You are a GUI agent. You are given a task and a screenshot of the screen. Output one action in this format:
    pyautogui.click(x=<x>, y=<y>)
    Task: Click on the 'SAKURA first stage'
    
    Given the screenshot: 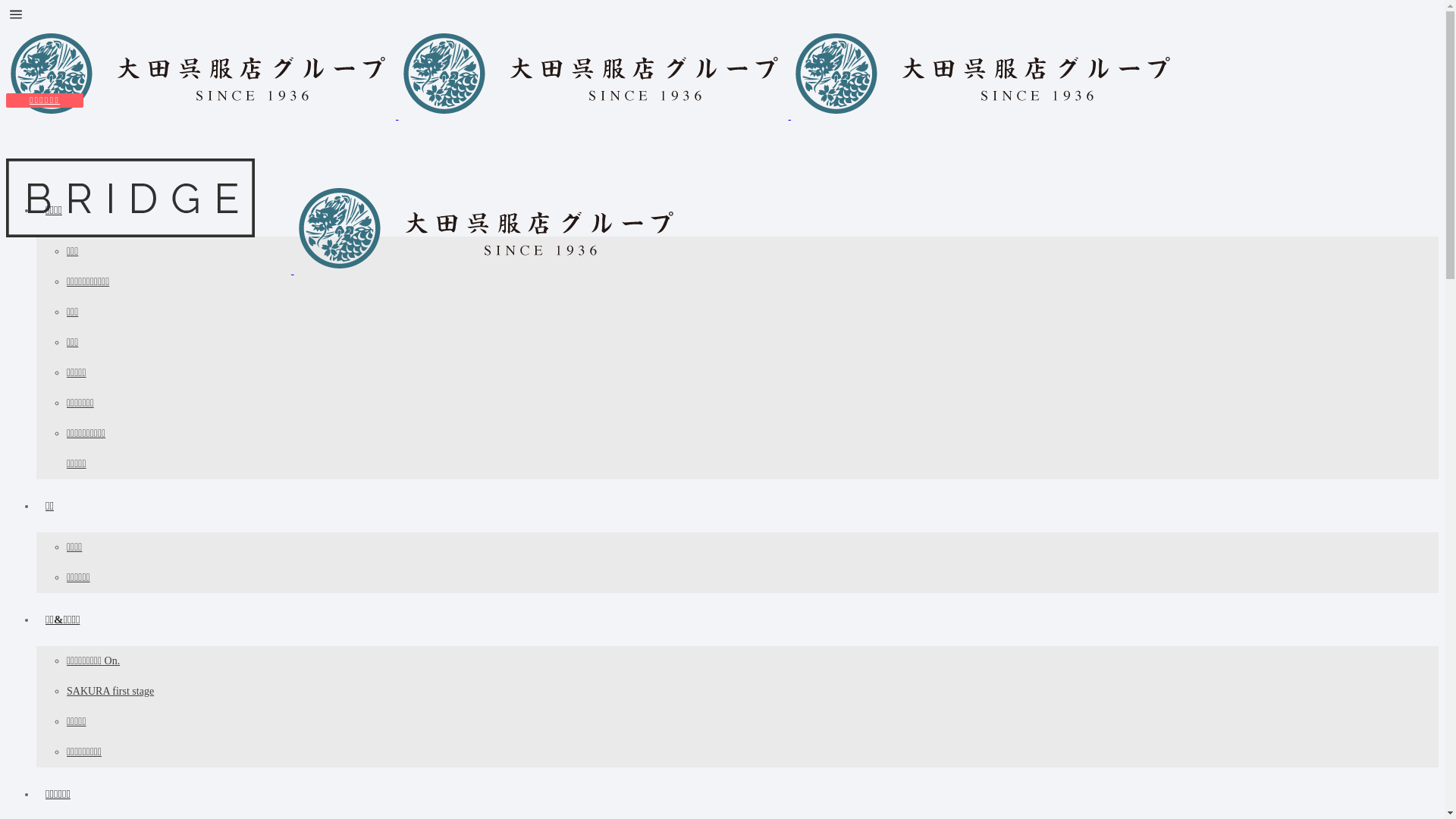 What is the action you would take?
    pyautogui.click(x=109, y=691)
    